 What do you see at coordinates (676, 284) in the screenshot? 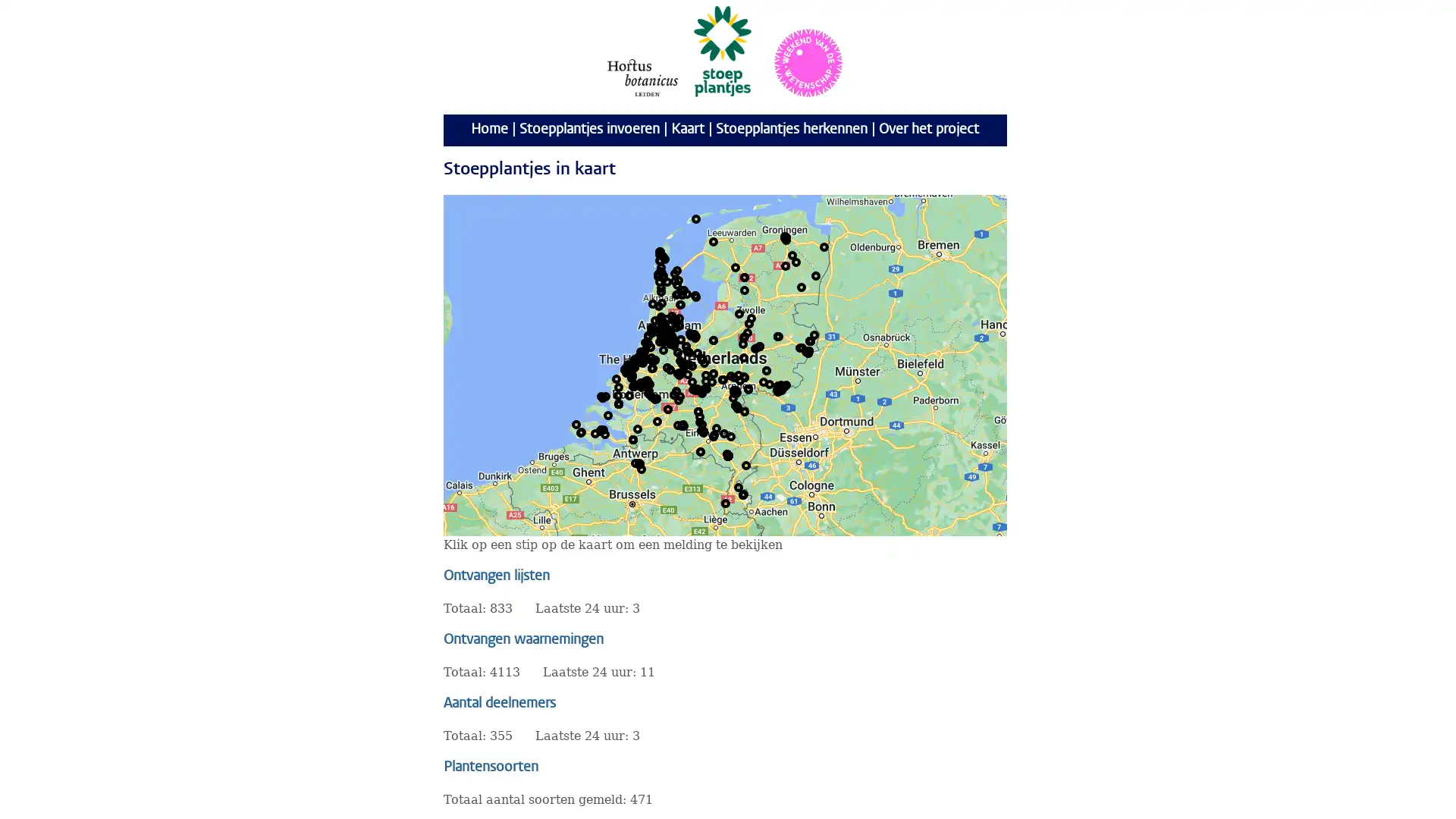
I see `Telling van U op 03 november 2021` at bounding box center [676, 284].